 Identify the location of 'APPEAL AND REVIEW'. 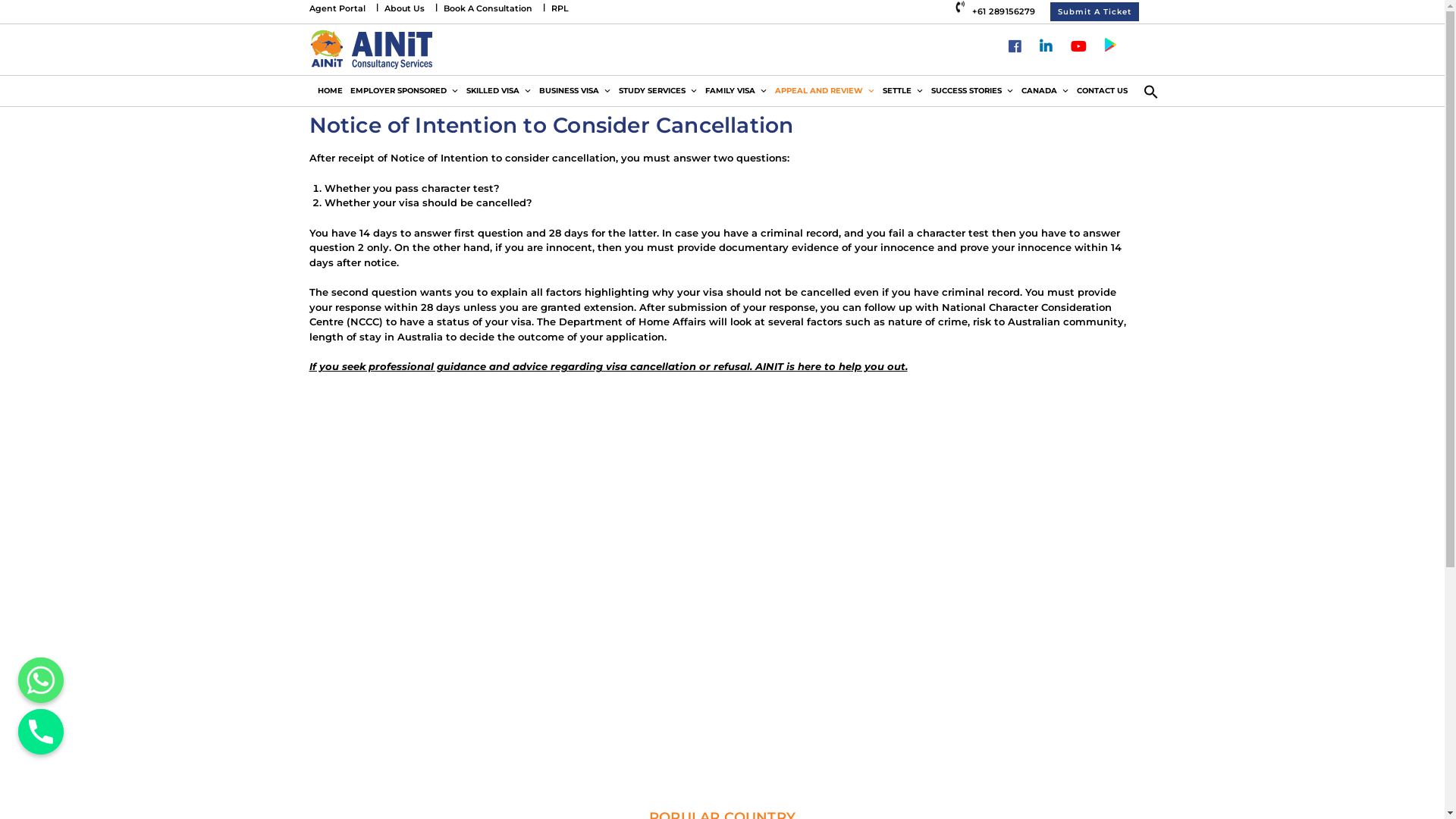
(823, 90).